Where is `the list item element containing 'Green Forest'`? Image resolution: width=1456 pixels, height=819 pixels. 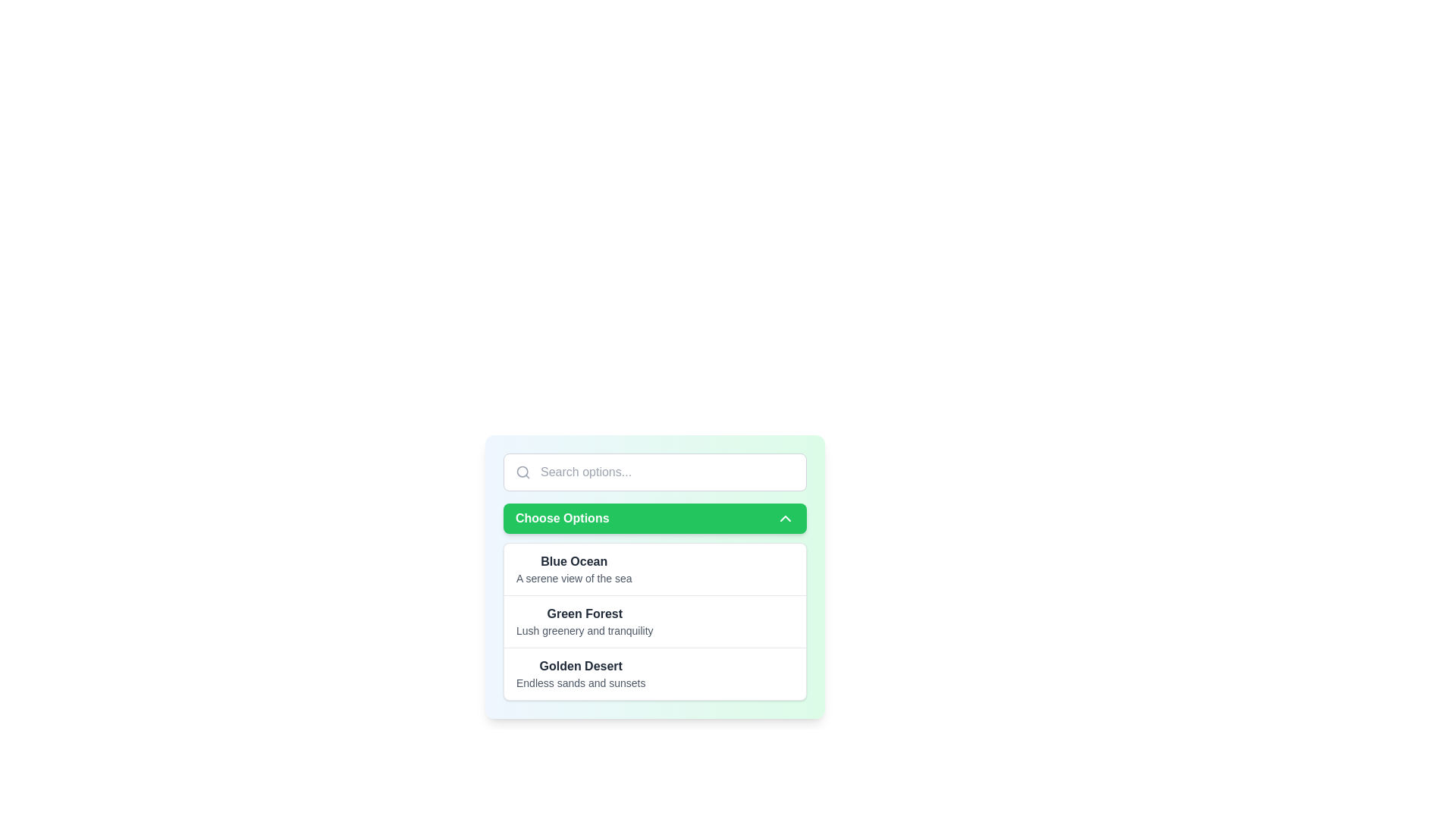 the list item element containing 'Green Forest' is located at coordinates (584, 622).